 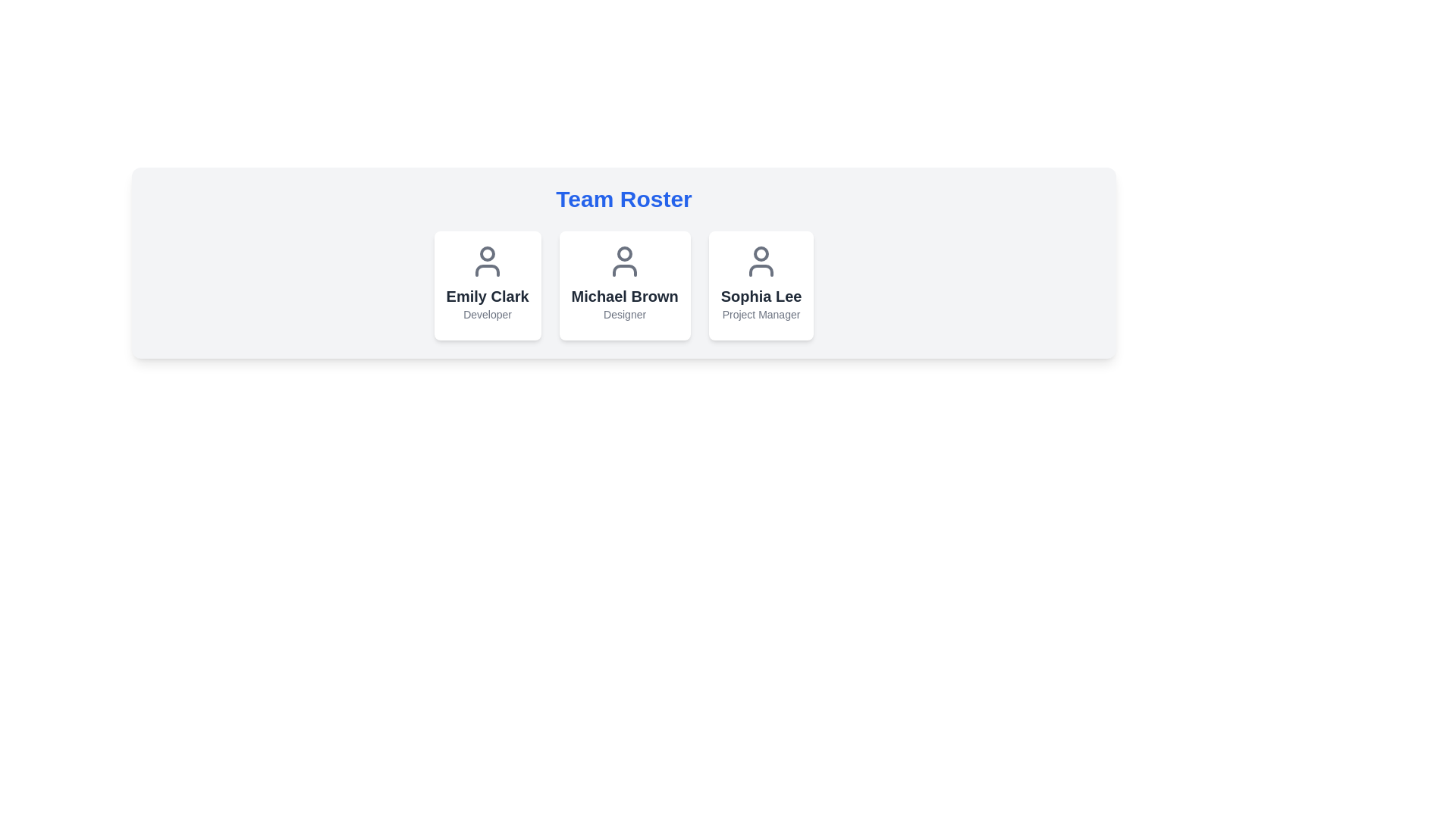 What do you see at coordinates (761, 253) in the screenshot?
I see `the topmost circular shape within the SVG graphic of the user avatar for 'Sophia Lee, Project Manager' in the third team member card from the left in the 'Team Roster' section` at bounding box center [761, 253].